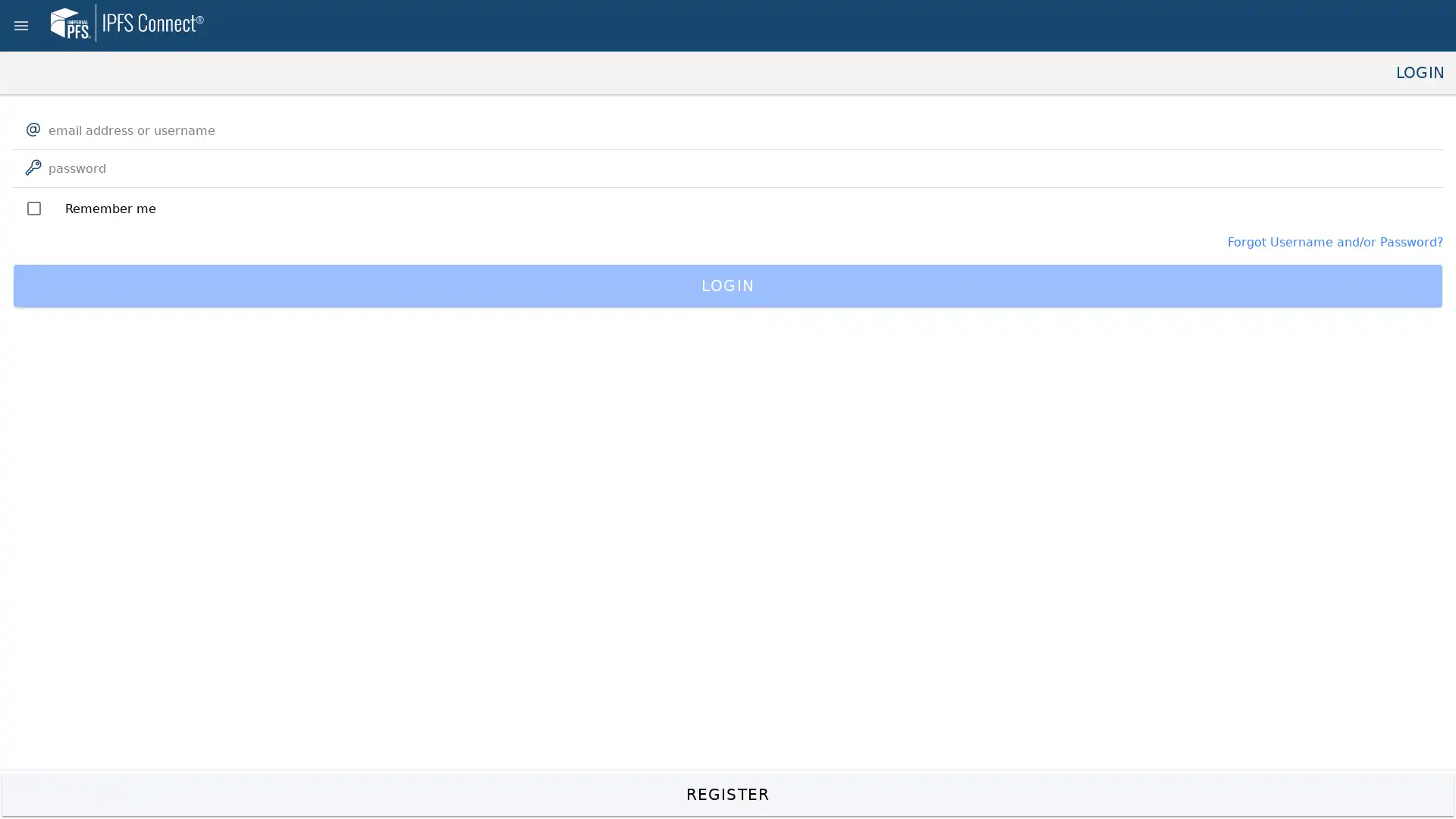 This screenshot has height=819, width=1456. I want to click on LOGIN, so click(728, 286).